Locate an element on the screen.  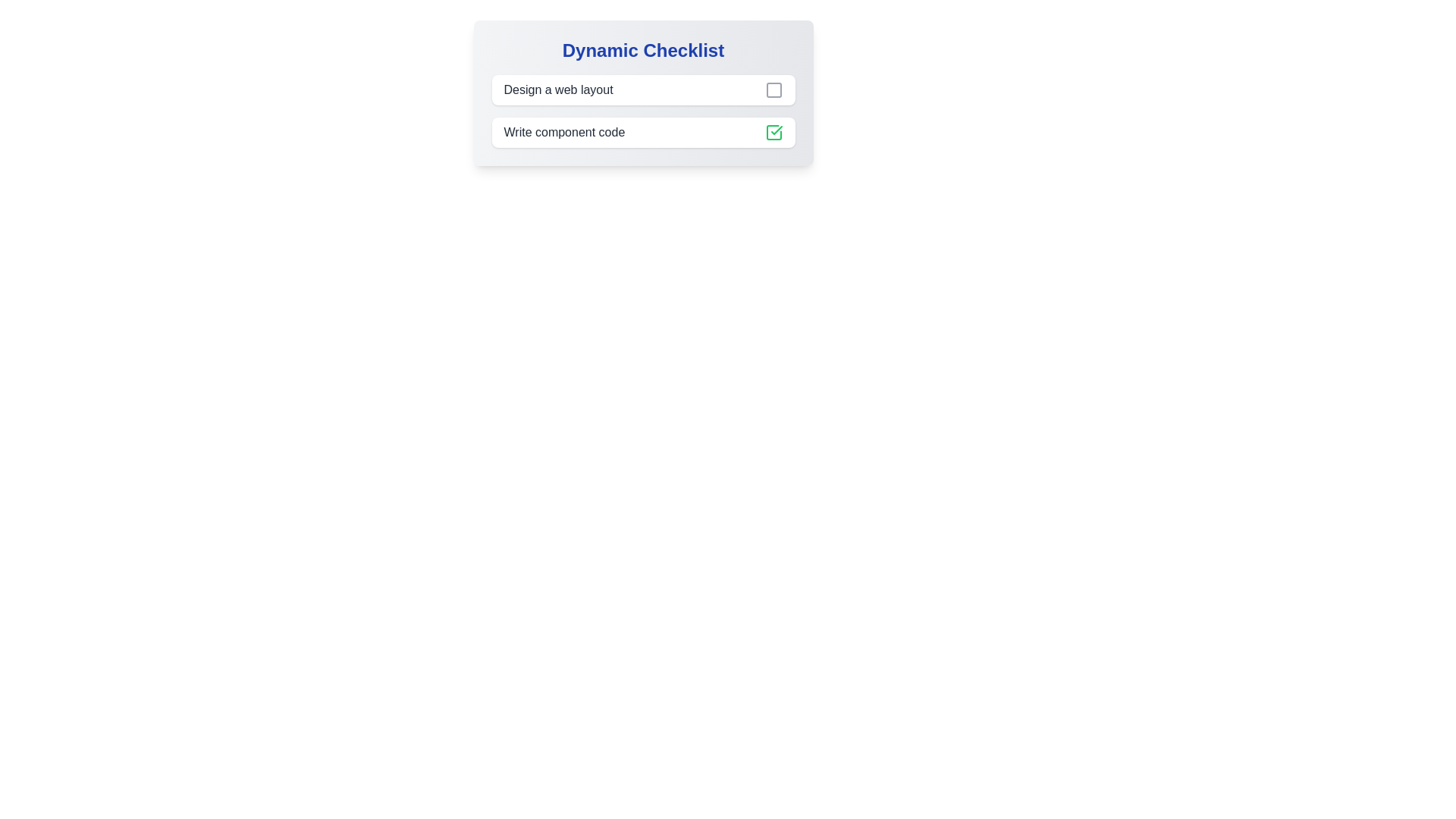
the Checkmark Icon in the Square Box located in the second task row titled 'Write component code' within the checklist is located at coordinates (776, 130).